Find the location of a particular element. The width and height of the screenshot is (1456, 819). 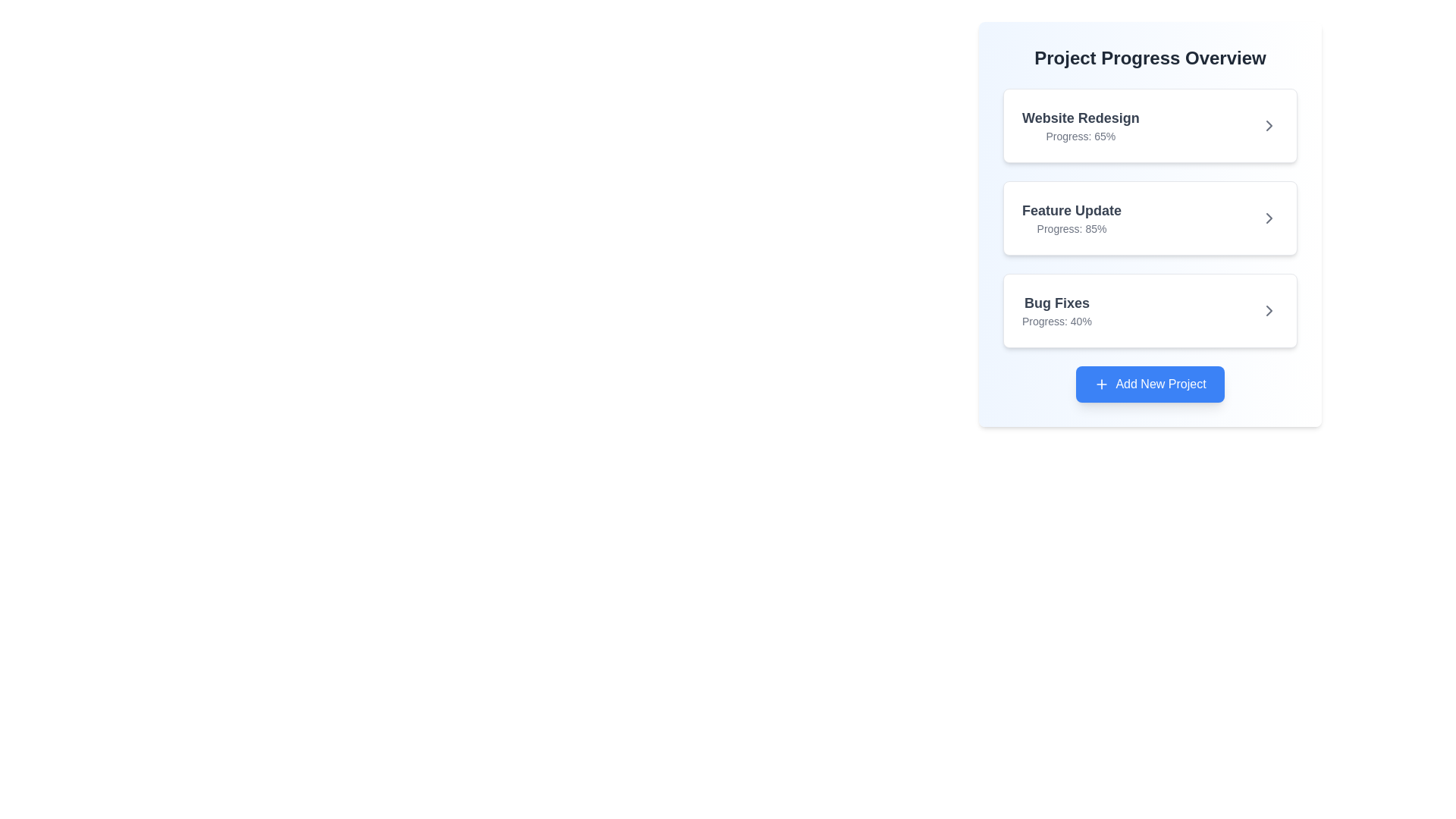

the small right-pointing arrow icon next to the 'Bug Fixes' text in the third row is located at coordinates (1269, 309).